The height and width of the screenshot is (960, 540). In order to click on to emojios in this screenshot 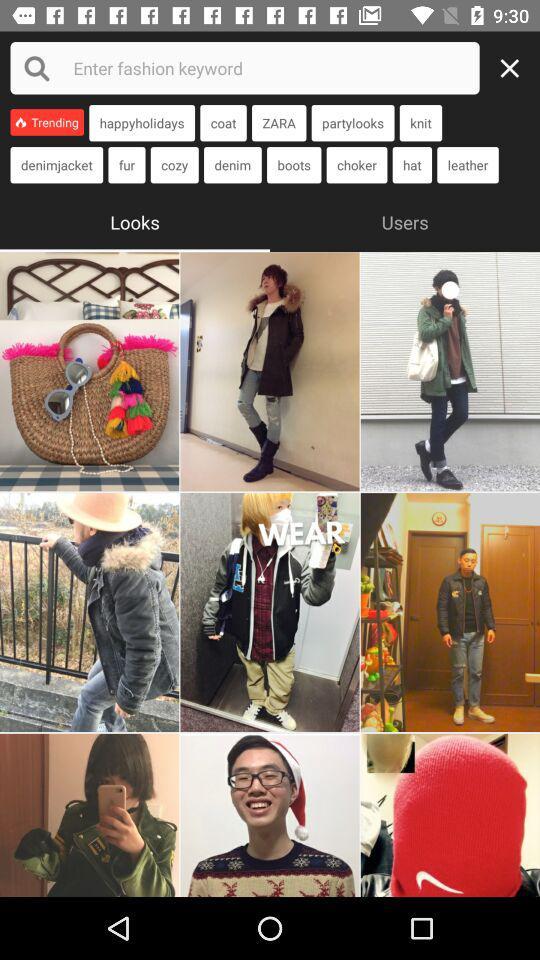, I will do `click(270, 611)`.